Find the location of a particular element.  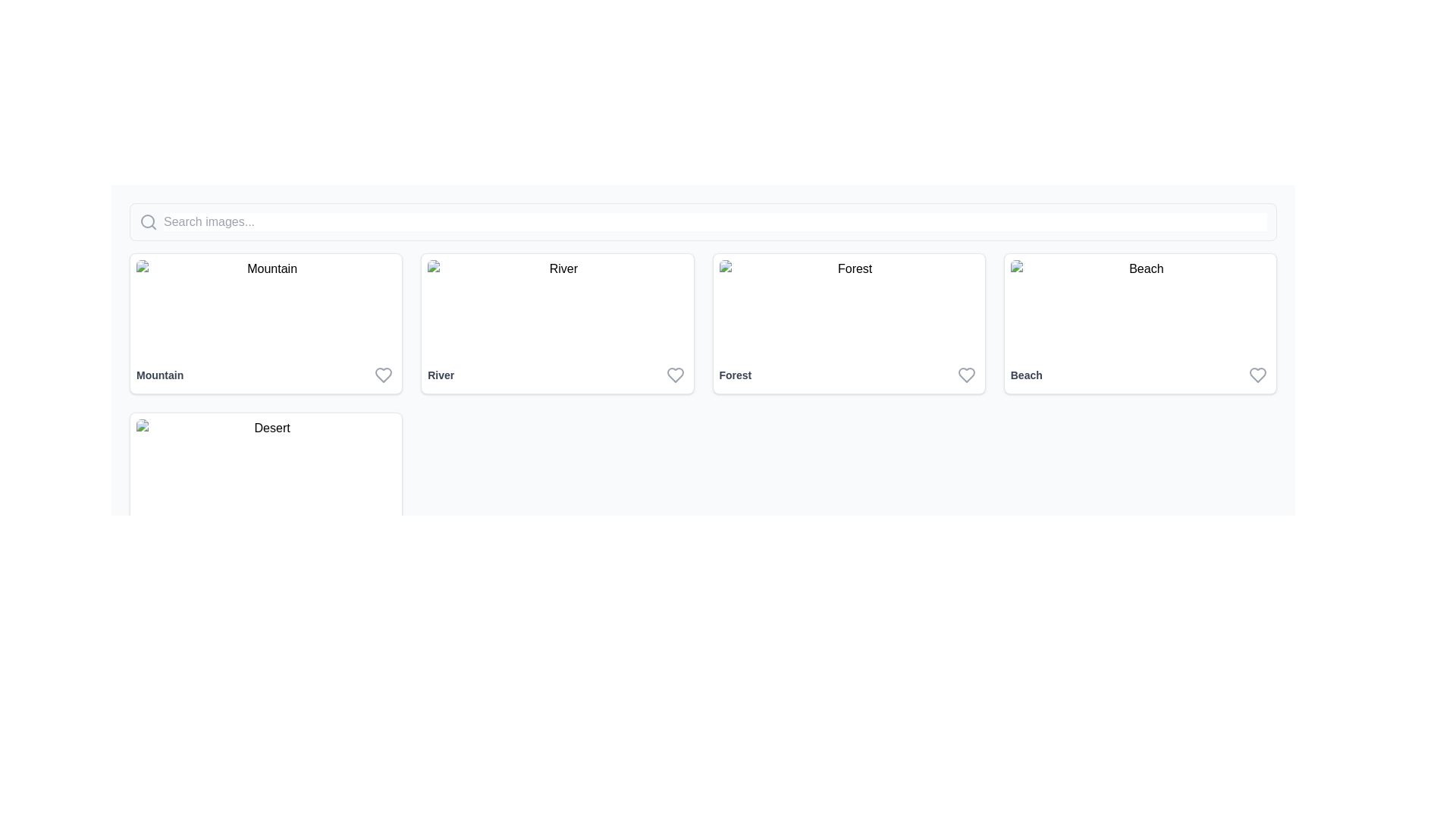

the image component representing the 'River' category is located at coordinates (557, 308).